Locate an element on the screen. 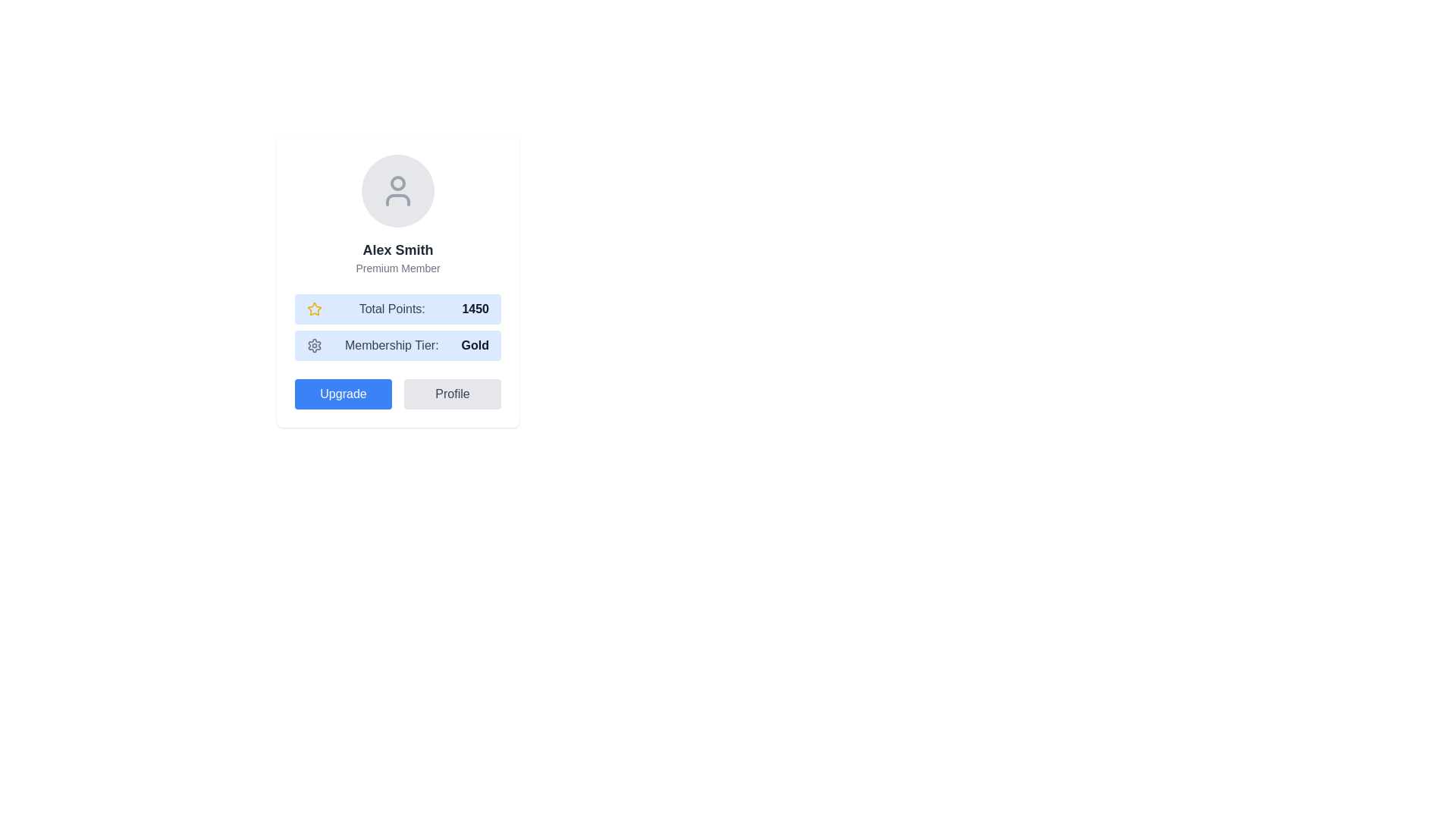 The height and width of the screenshot is (819, 1456). the Image Placeholder representing Alex Smith's profile picture, located centrally above the user's name and membership details is located at coordinates (397, 190).